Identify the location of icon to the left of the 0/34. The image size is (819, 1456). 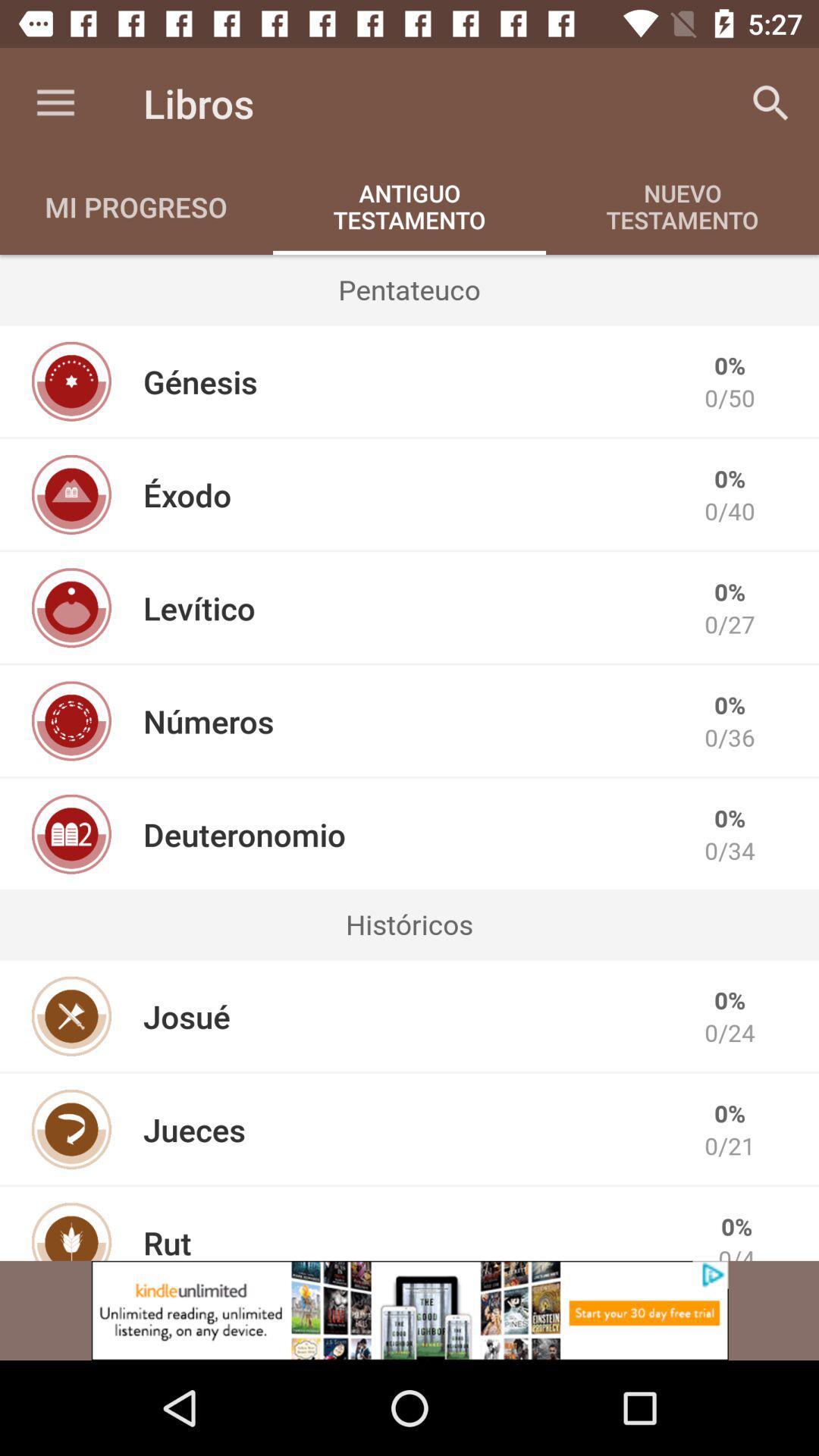
(243, 833).